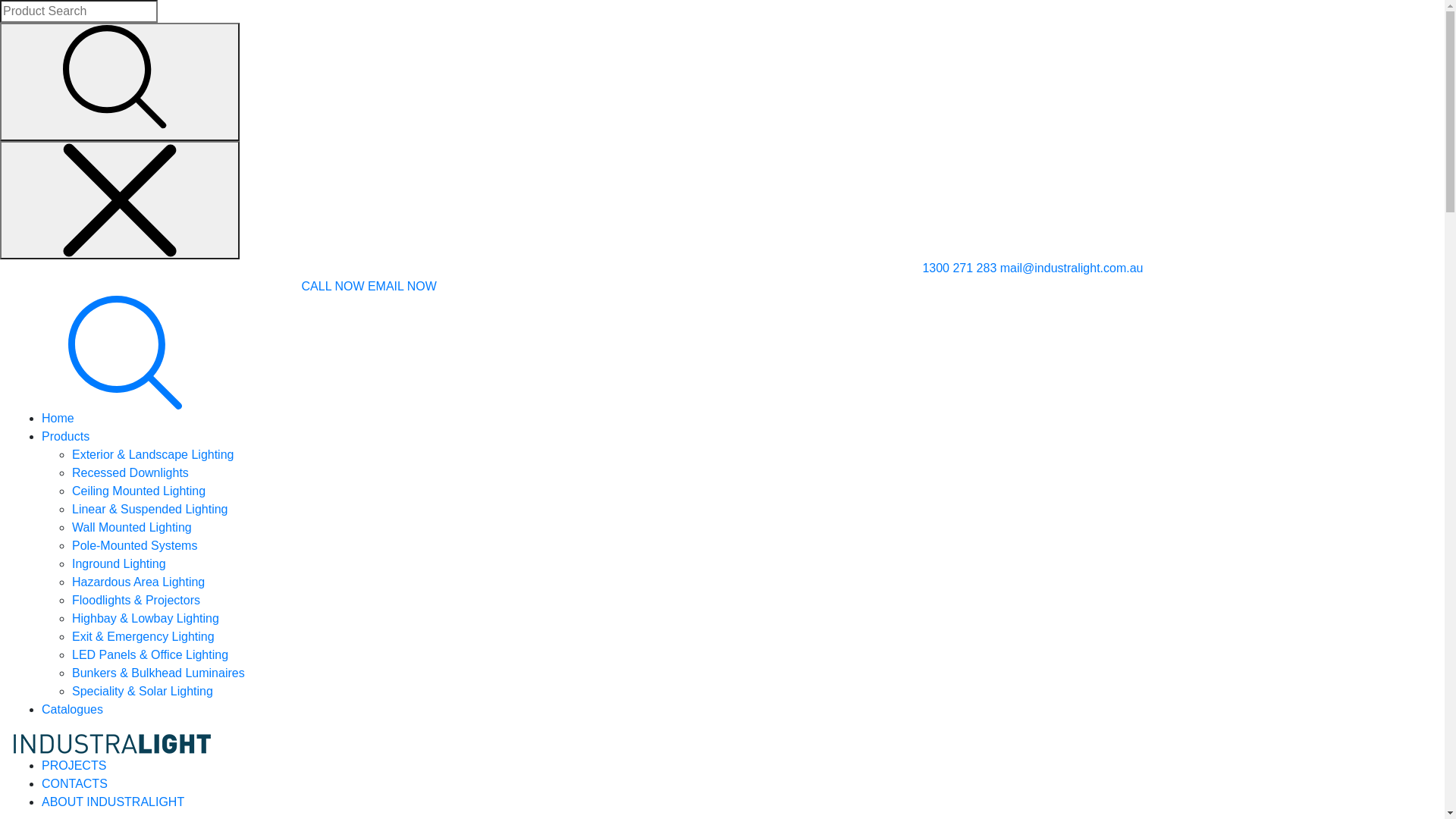 The image size is (1456, 819). Describe the element at coordinates (71, 709) in the screenshot. I see `'Catalogues'` at that location.